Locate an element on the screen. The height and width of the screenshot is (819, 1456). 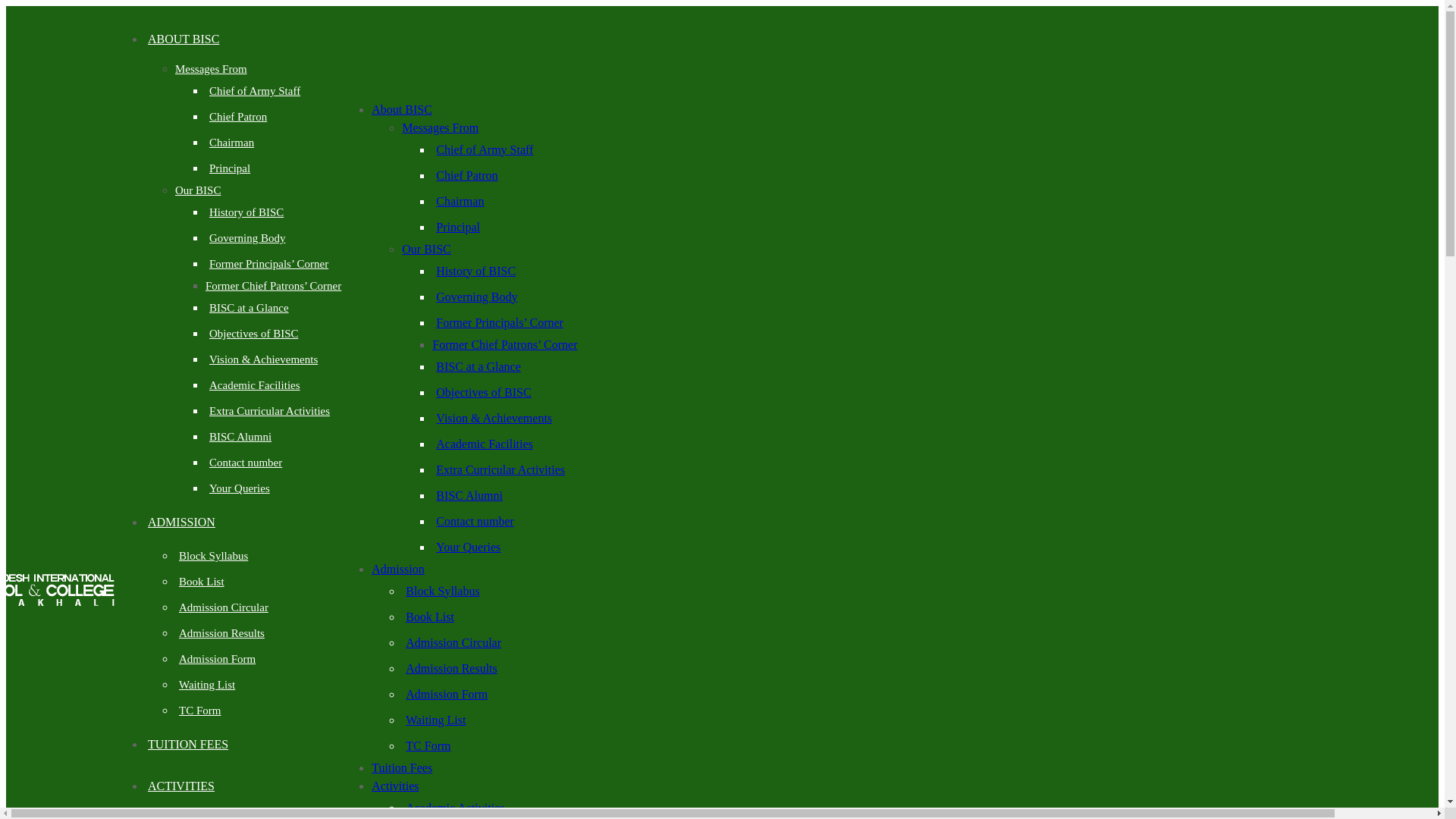
'Chief of Army Staff' is located at coordinates (208, 90).